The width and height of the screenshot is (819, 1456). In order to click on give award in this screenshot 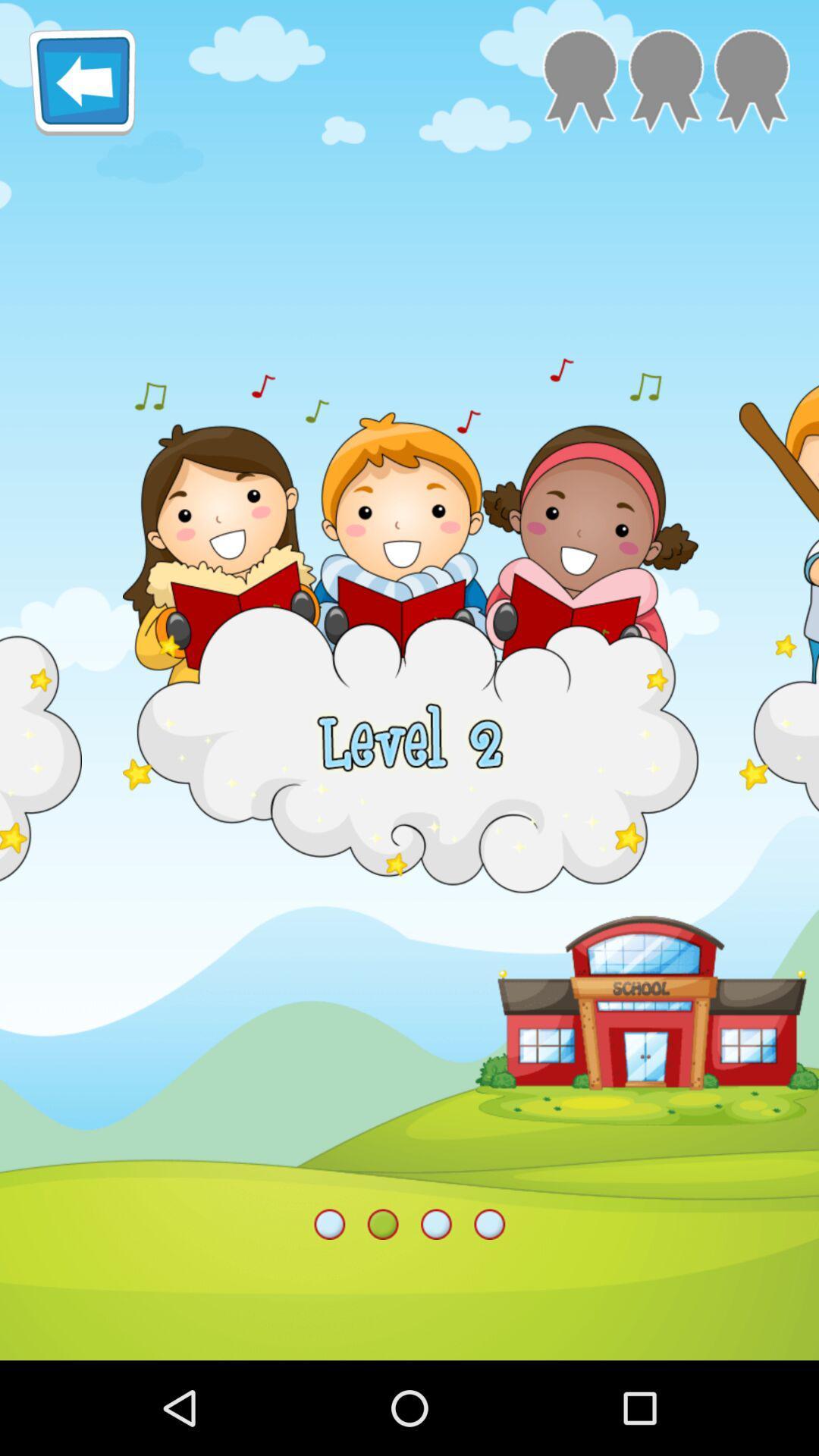, I will do `click(752, 80)`.